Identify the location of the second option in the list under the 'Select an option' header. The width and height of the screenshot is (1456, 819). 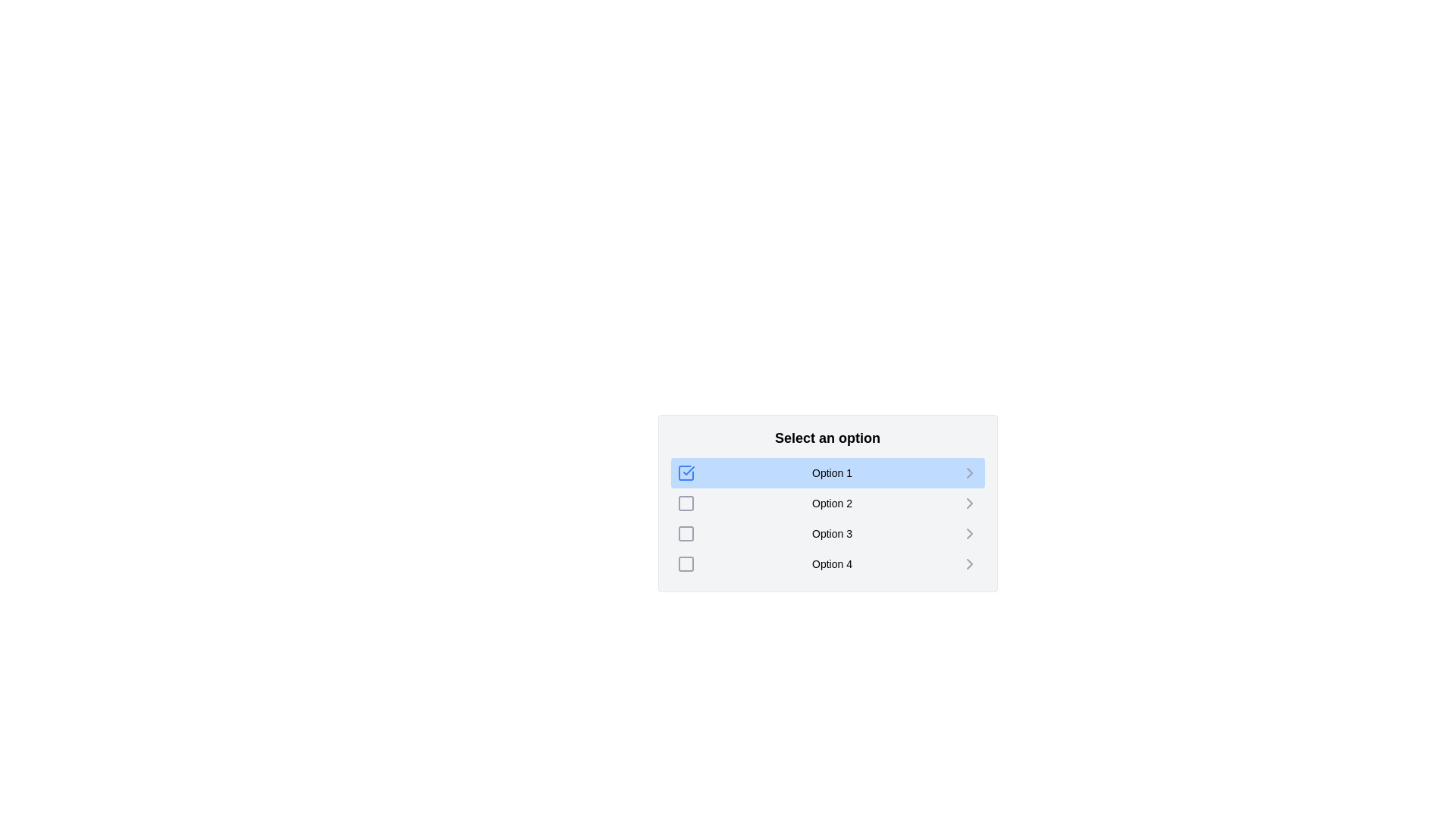
(827, 503).